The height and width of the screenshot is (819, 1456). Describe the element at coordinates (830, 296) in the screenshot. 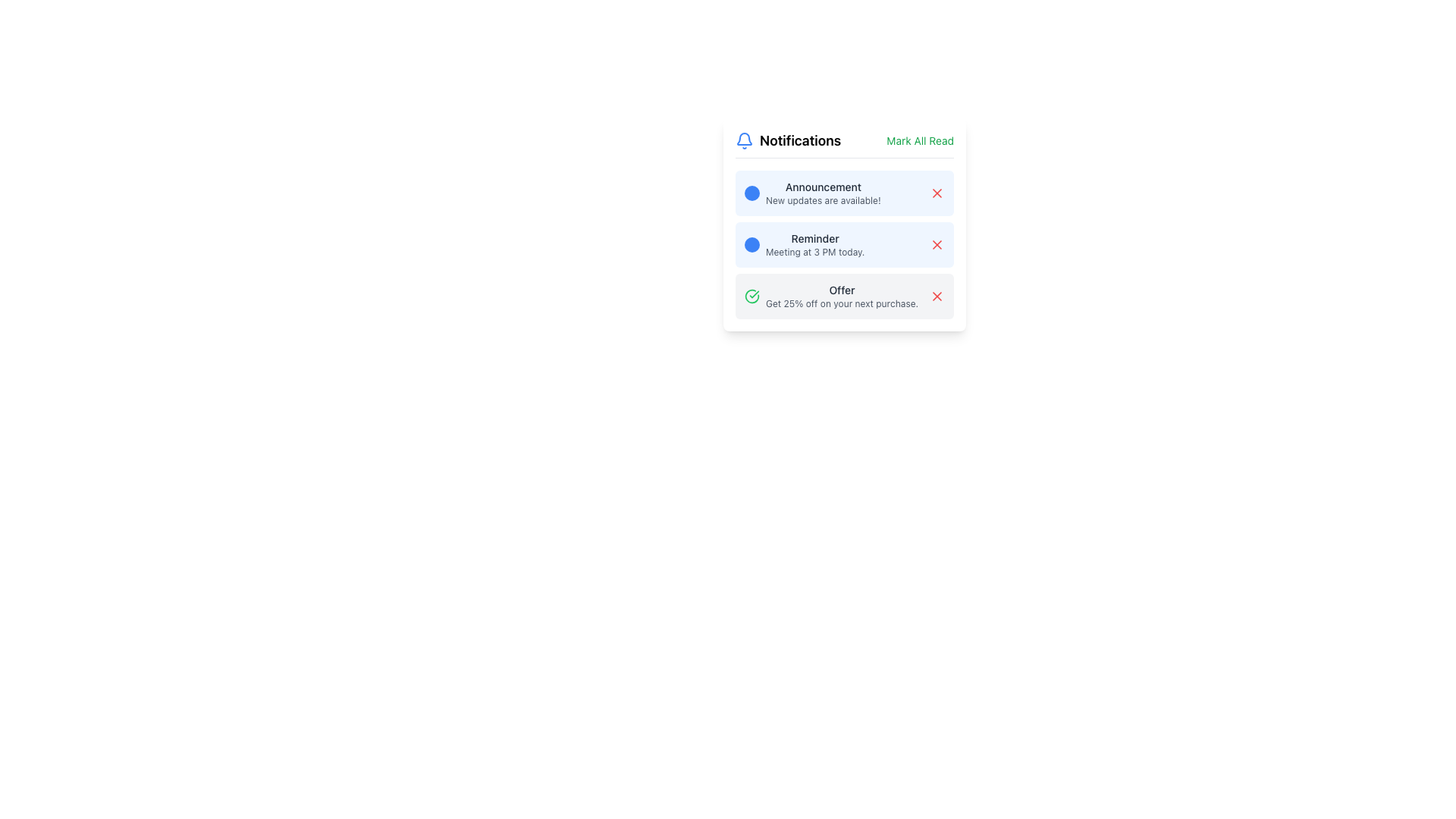

I see `the Notification Card that displays a promotional offer of 25% off, located at the bottom of the notification panel, aligned to the left` at that location.